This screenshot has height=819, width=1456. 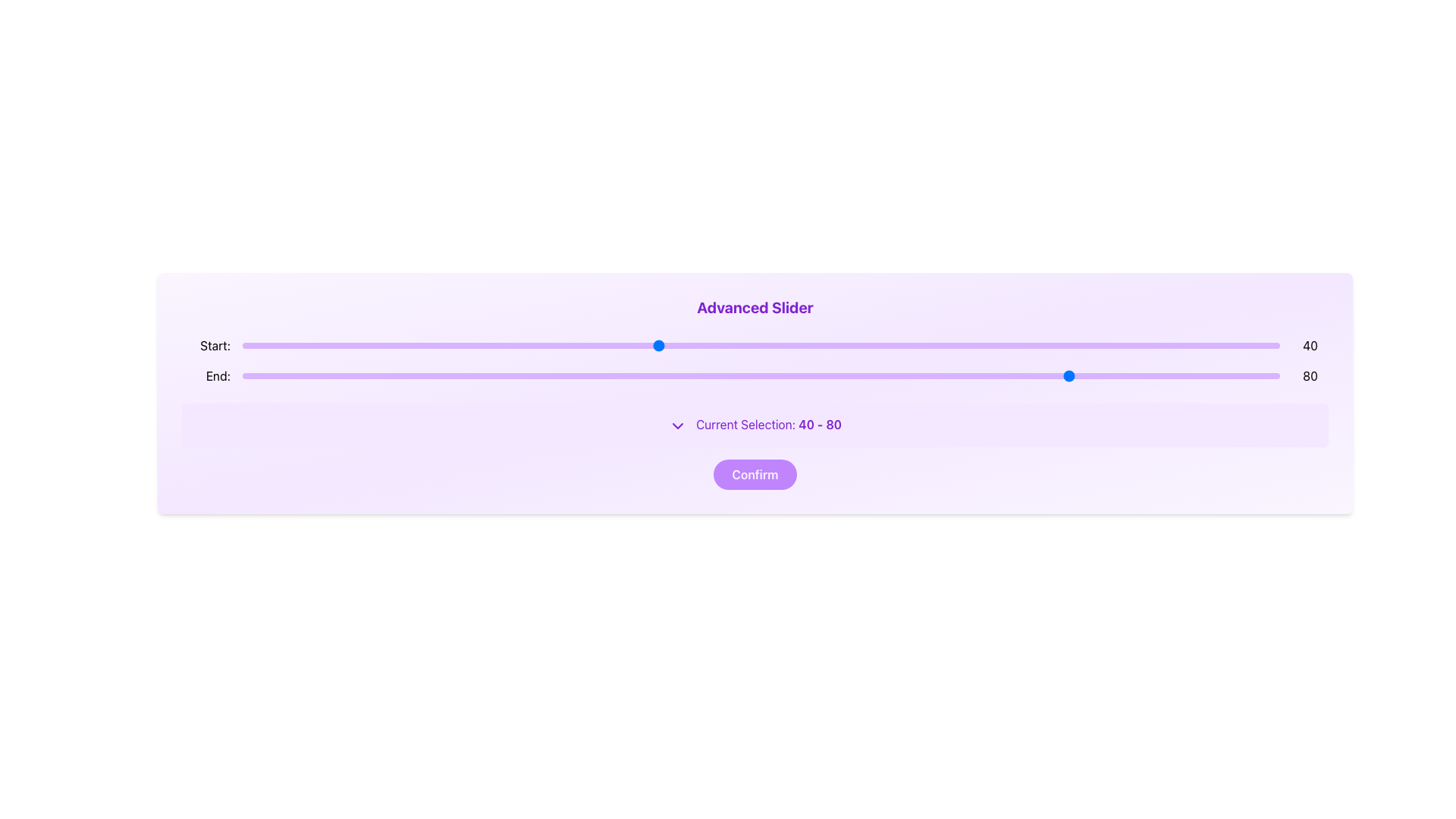 I want to click on the 'End' value, so click(x=533, y=375).